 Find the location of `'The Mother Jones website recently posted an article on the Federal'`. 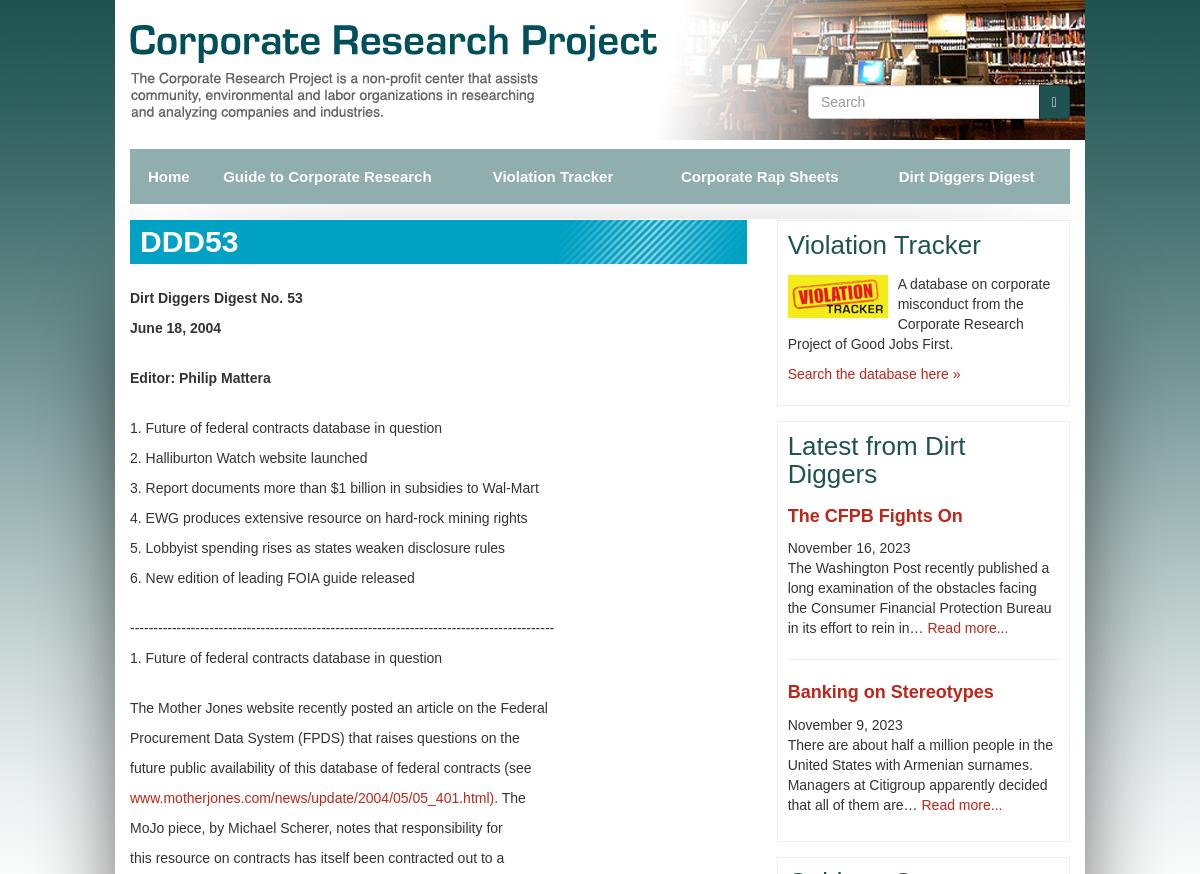

'The Mother Jones website recently posted an article on the Federal' is located at coordinates (129, 706).